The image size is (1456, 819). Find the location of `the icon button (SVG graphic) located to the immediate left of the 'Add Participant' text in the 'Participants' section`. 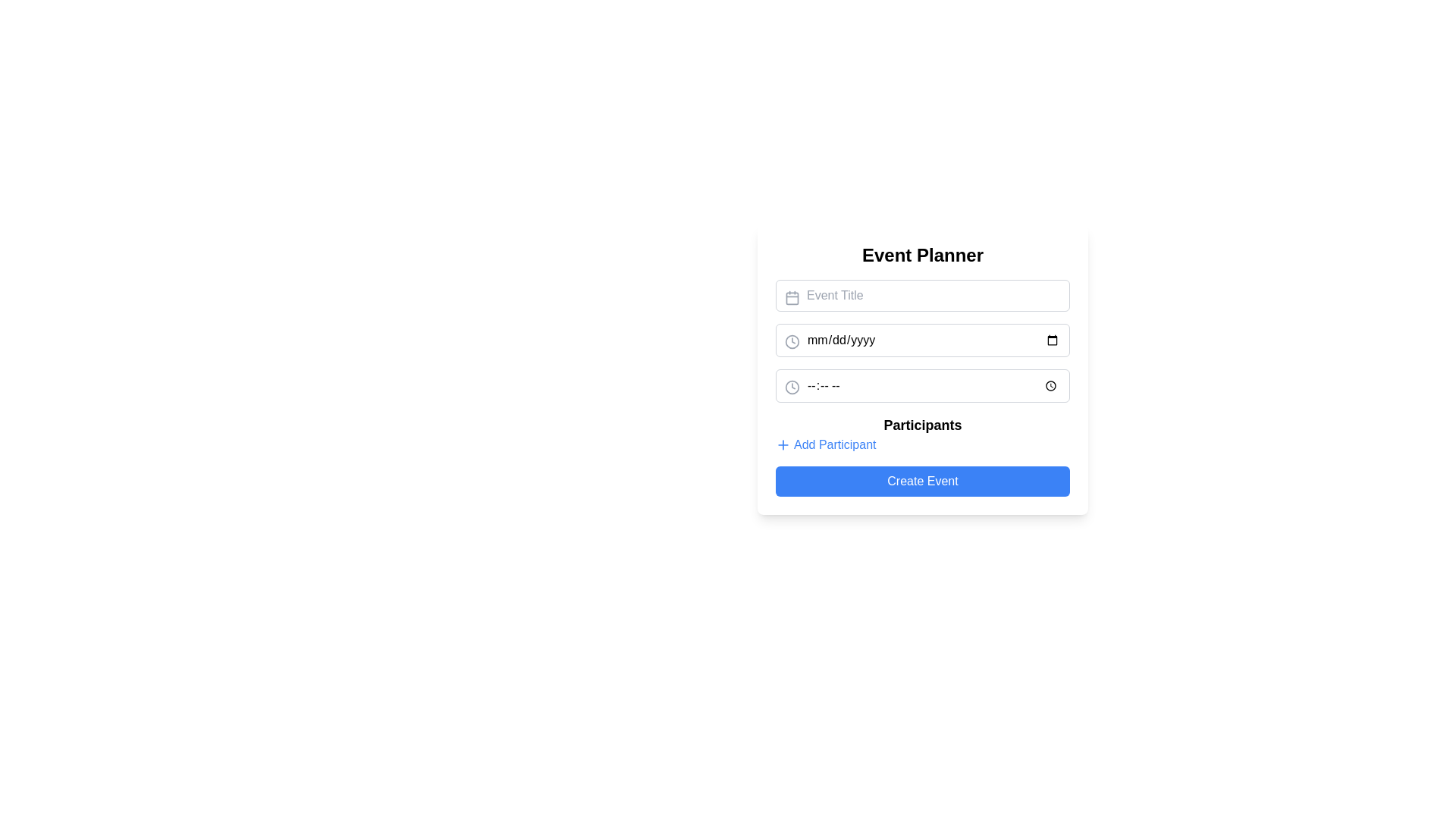

the icon button (SVG graphic) located to the immediate left of the 'Add Participant' text in the 'Participants' section is located at coordinates (783, 444).